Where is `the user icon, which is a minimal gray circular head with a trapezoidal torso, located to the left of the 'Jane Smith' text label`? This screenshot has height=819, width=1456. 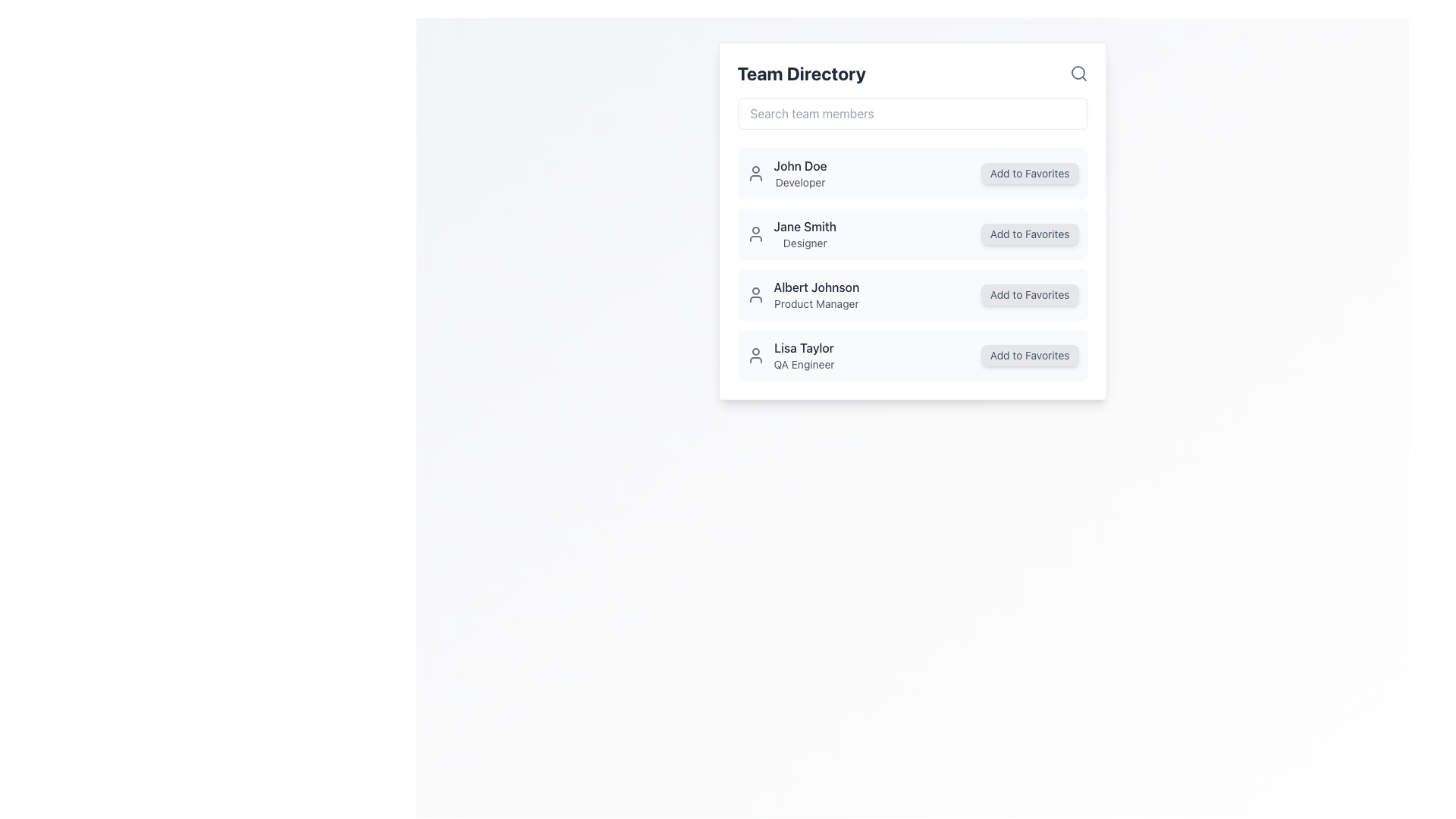 the user icon, which is a minimal gray circular head with a trapezoidal torso, located to the left of the 'Jane Smith' text label is located at coordinates (755, 234).